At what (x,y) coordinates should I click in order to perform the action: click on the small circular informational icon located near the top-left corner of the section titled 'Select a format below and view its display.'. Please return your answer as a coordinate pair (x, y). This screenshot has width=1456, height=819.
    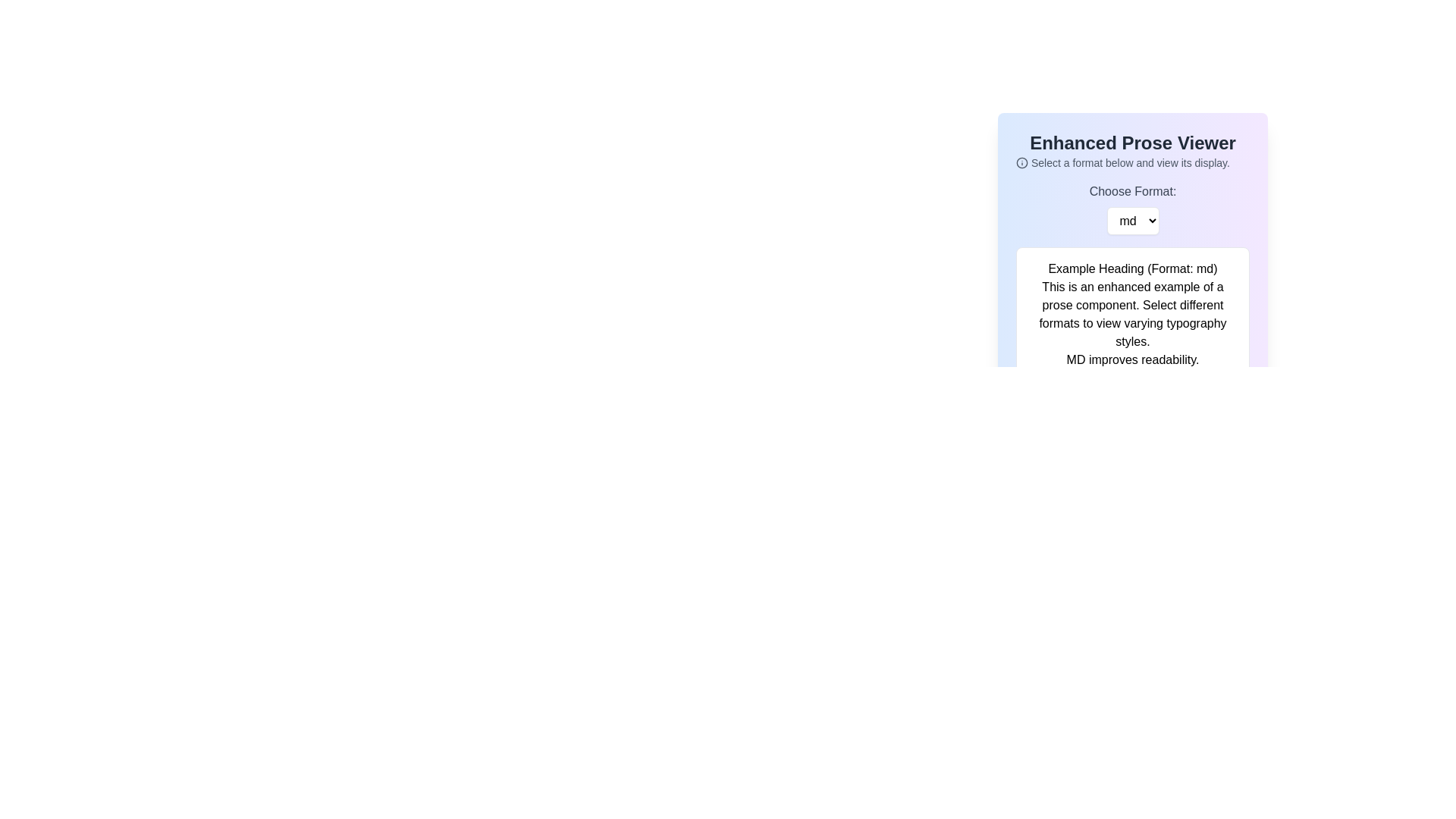
    Looking at the image, I should click on (1022, 163).